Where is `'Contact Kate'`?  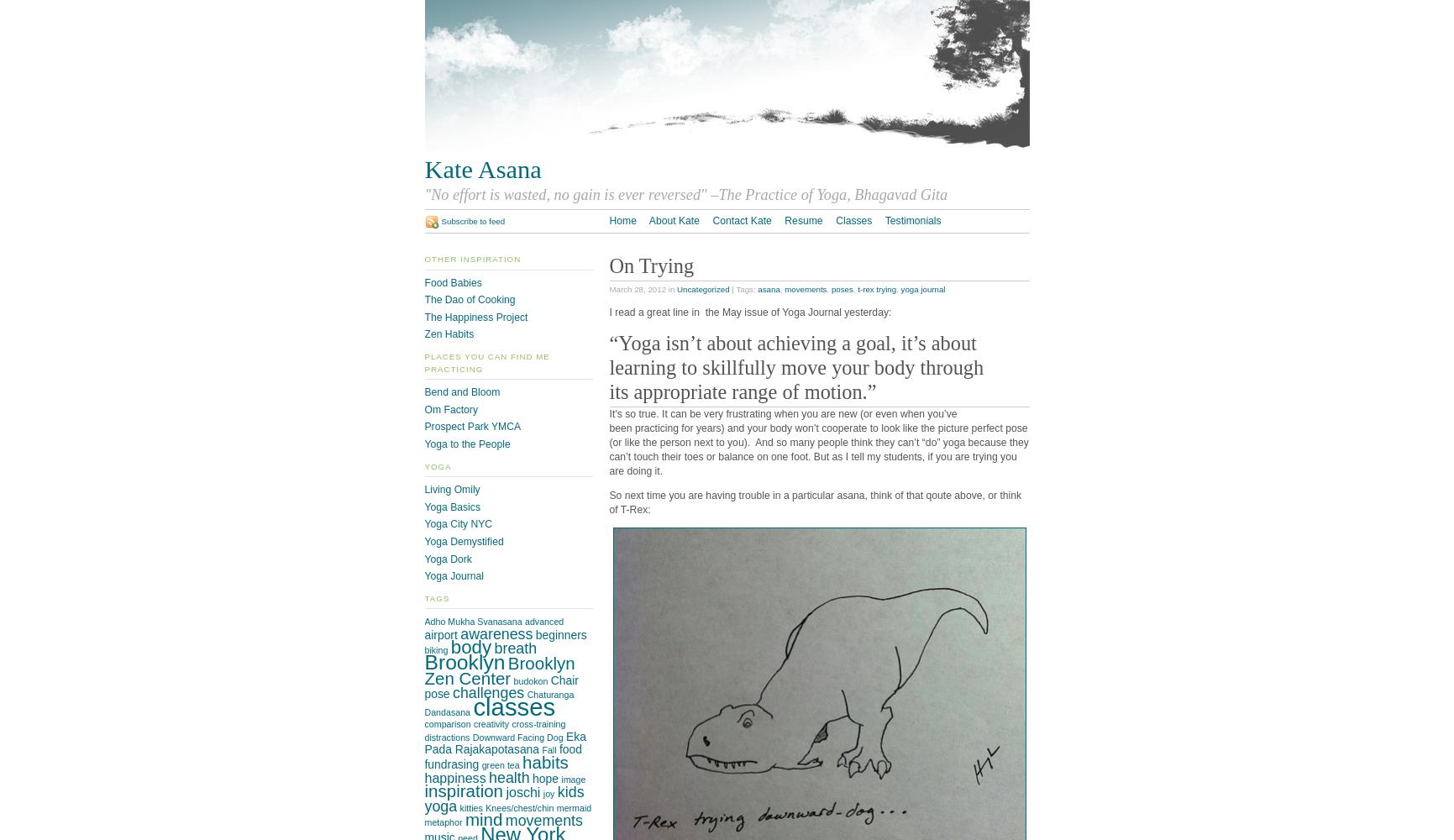
'Contact Kate' is located at coordinates (712, 221).